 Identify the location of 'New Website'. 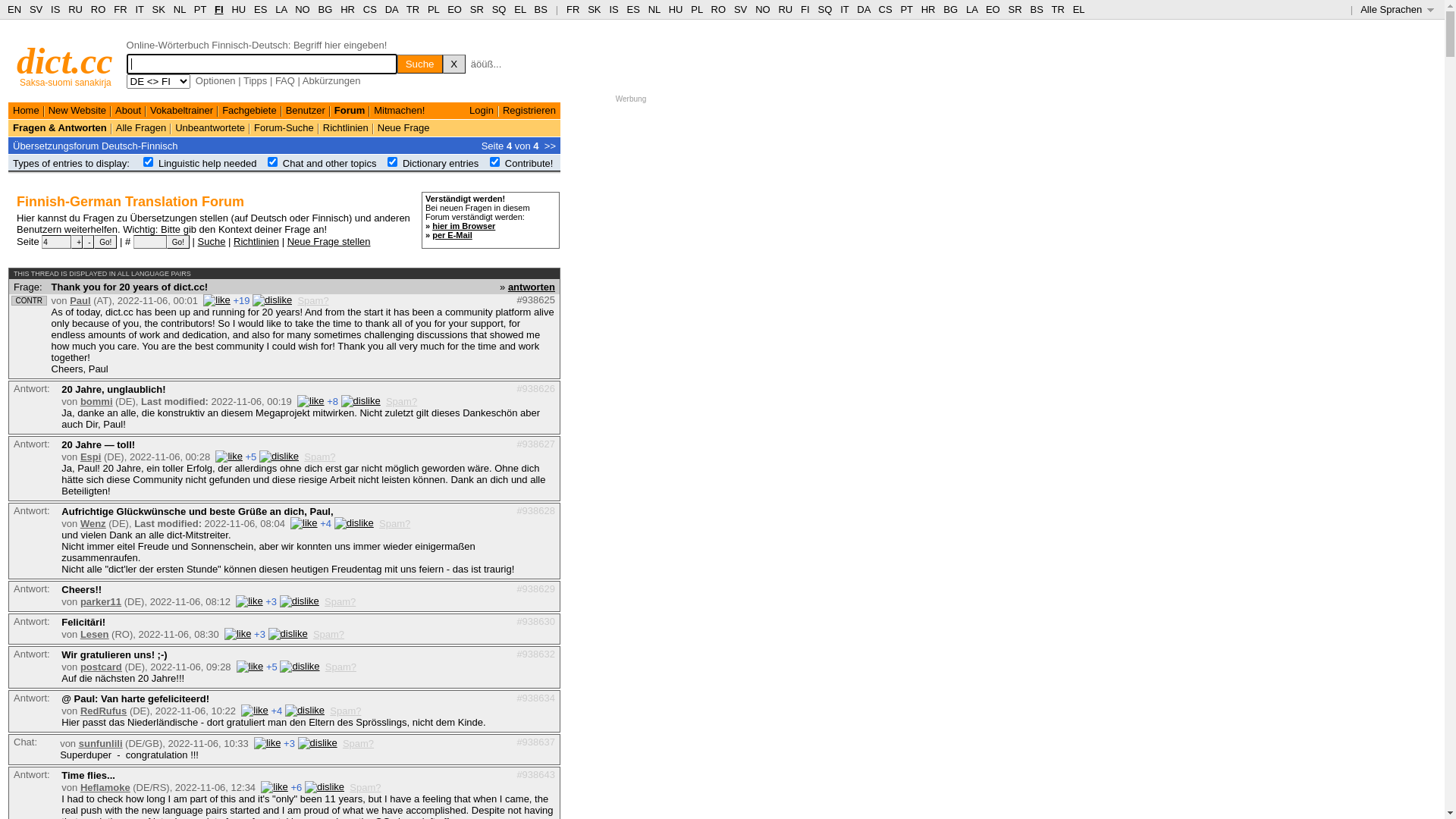
(76, 109).